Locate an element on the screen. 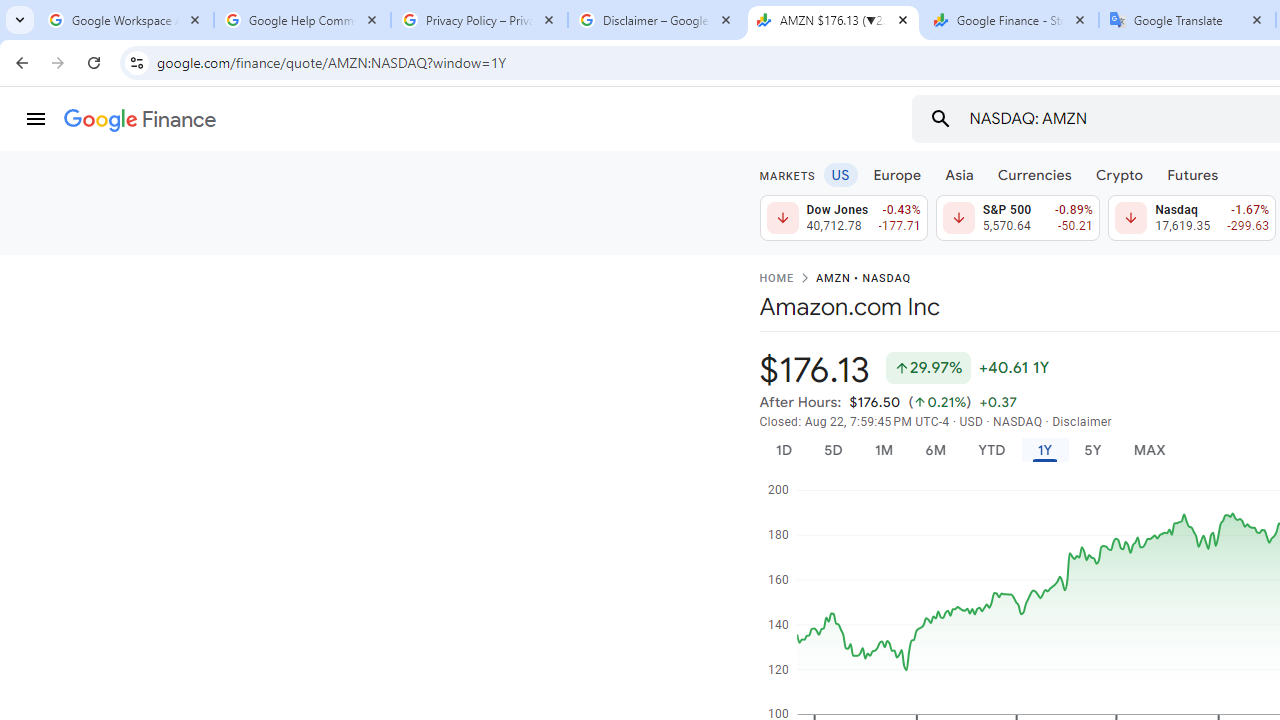 The width and height of the screenshot is (1280, 720). 'Currencies' is located at coordinates (1034, 173).